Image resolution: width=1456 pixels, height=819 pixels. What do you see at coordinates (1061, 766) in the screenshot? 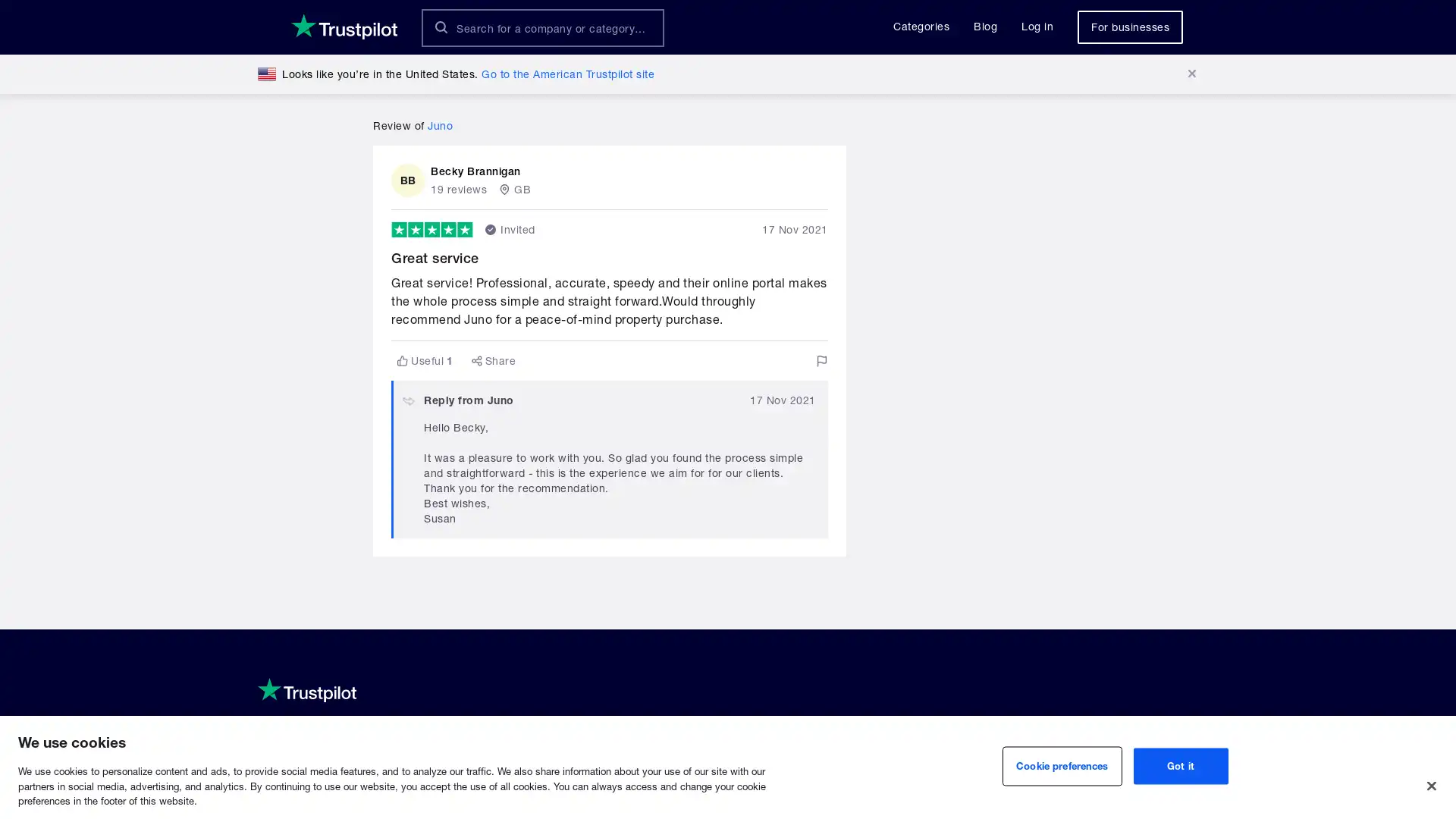
I see `Cookie preferences` at bounding box center [1061, 766].